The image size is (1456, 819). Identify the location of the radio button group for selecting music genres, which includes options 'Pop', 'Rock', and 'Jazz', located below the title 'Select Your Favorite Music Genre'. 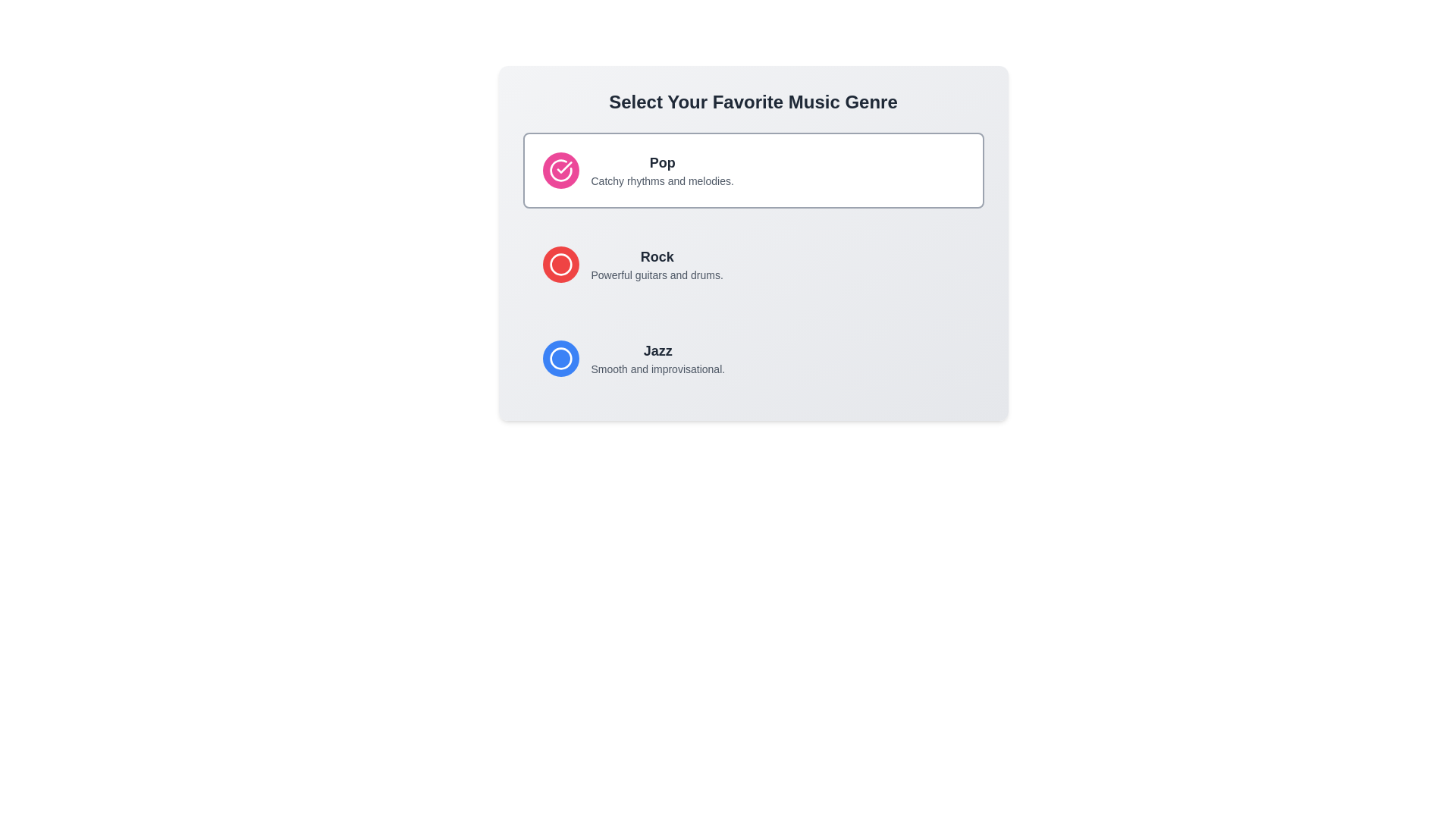
(753, 263).